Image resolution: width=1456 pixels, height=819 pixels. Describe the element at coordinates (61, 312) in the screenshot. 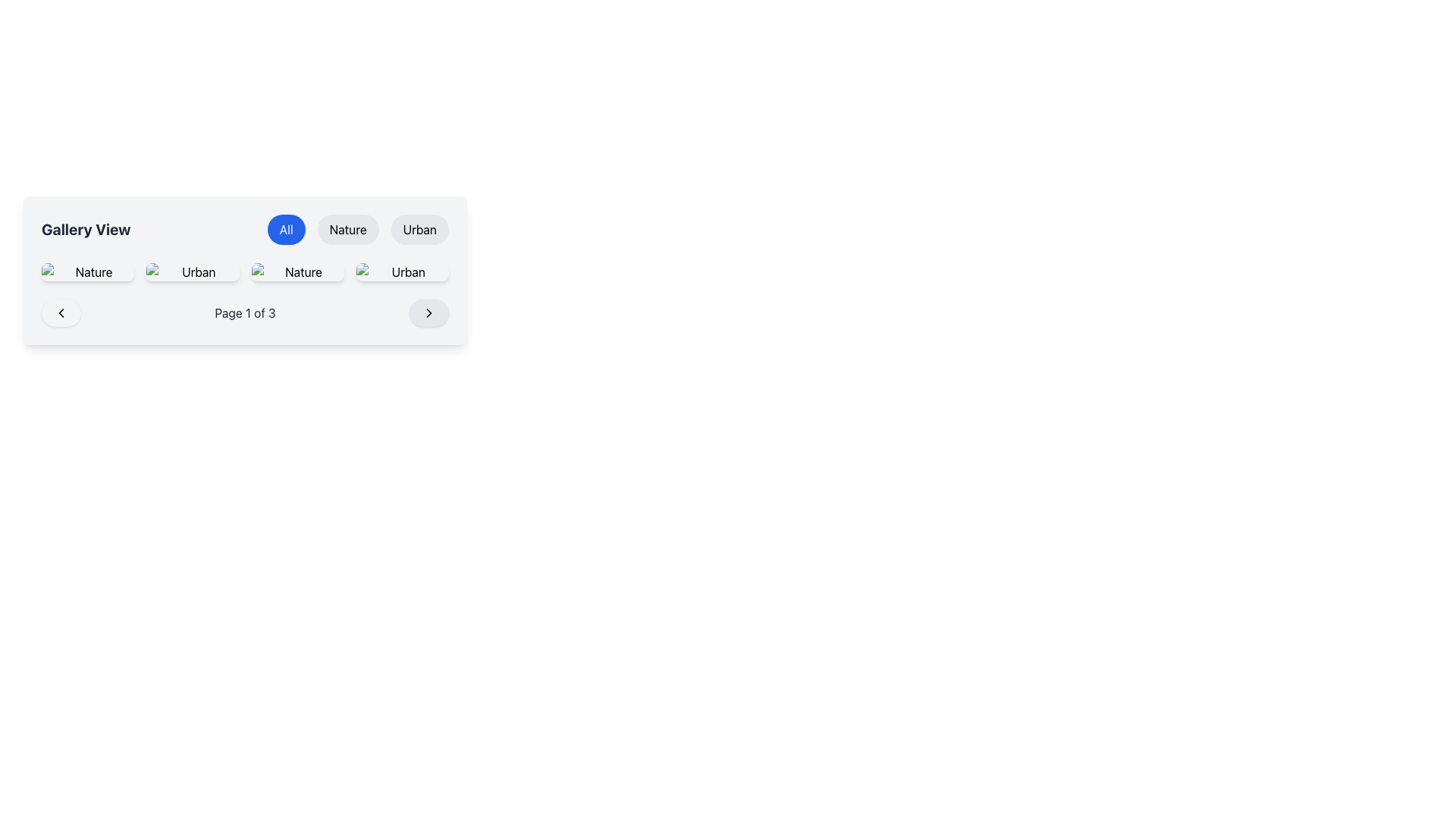

I see `the navigation button located to the left of the 'Page 1 of 3' text` at that location.